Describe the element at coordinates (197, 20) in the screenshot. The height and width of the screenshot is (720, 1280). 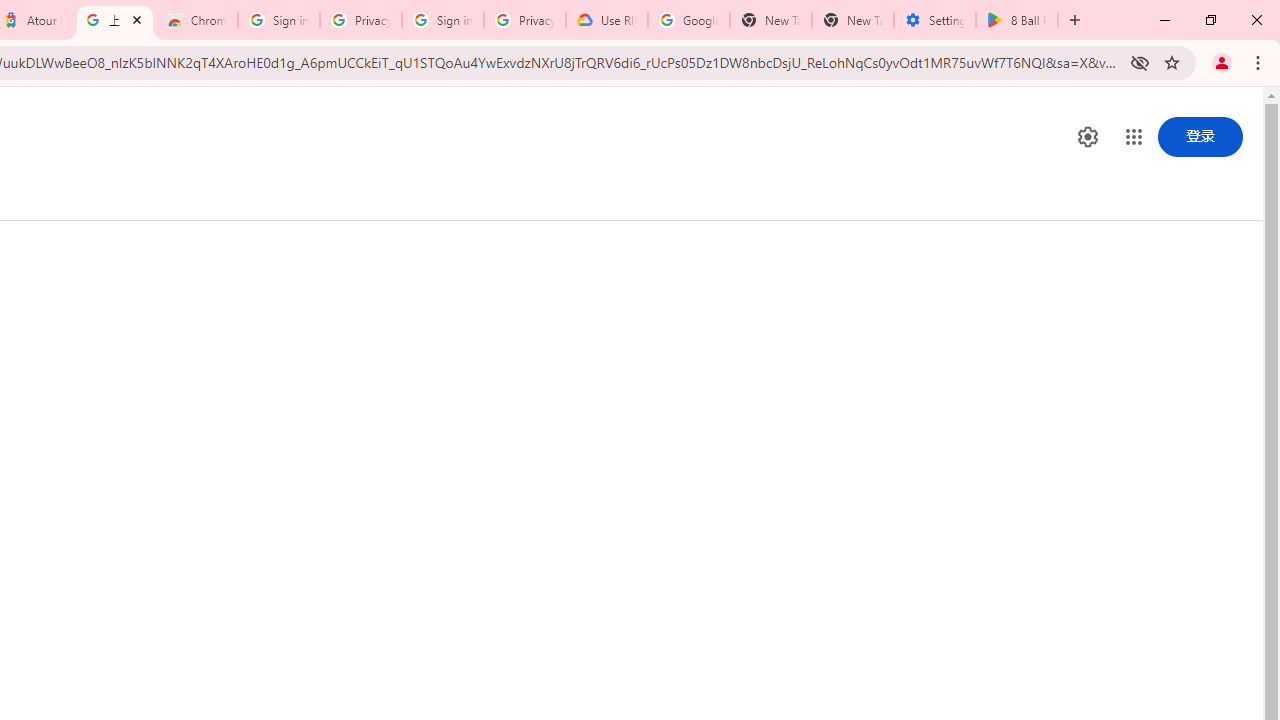
I see `'Chrome Web Store - Color themes by Chrome'` at that location.